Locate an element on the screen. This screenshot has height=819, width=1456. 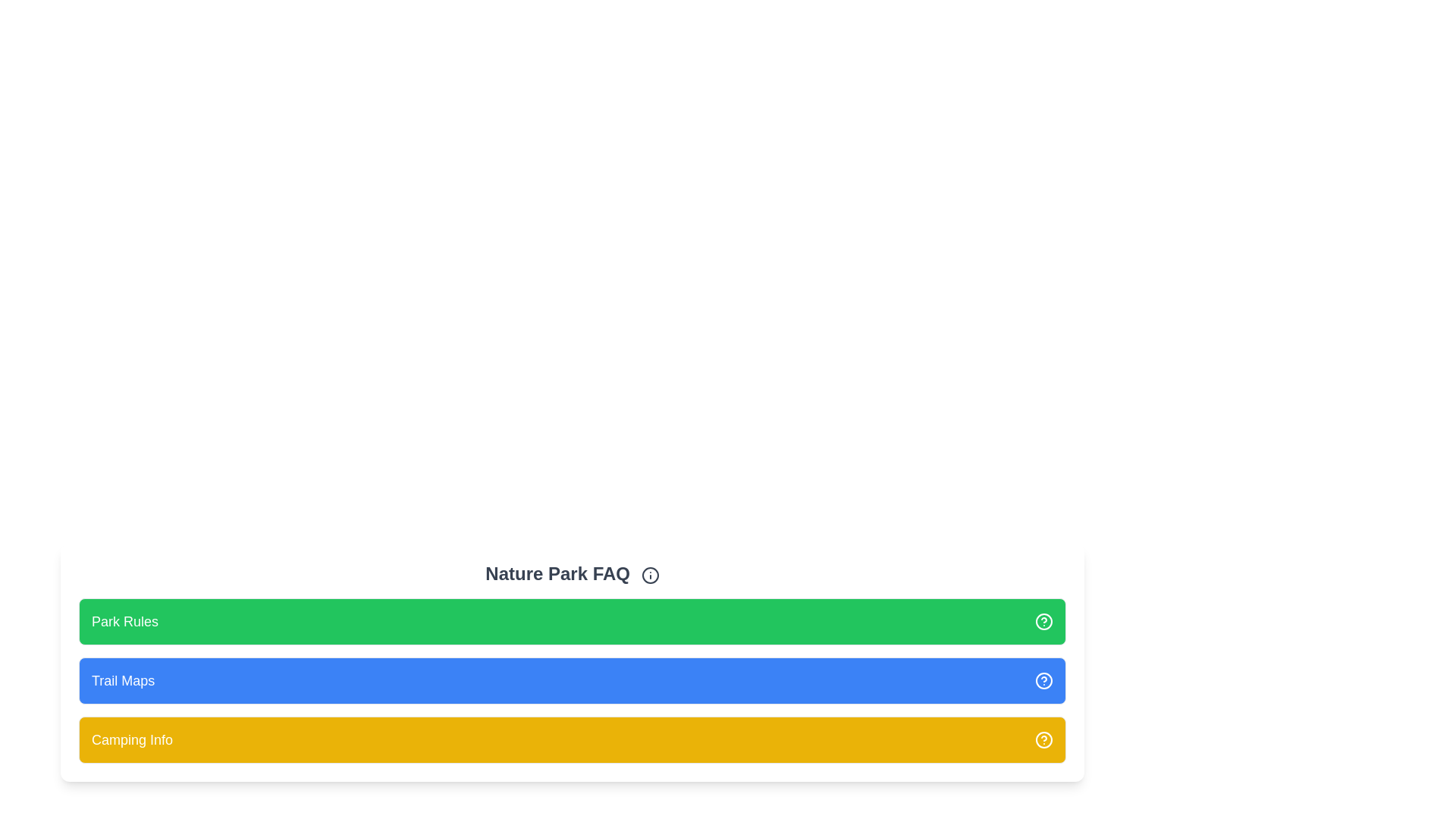
the button that accesses information related to camping is located at coordinates (571, 739).